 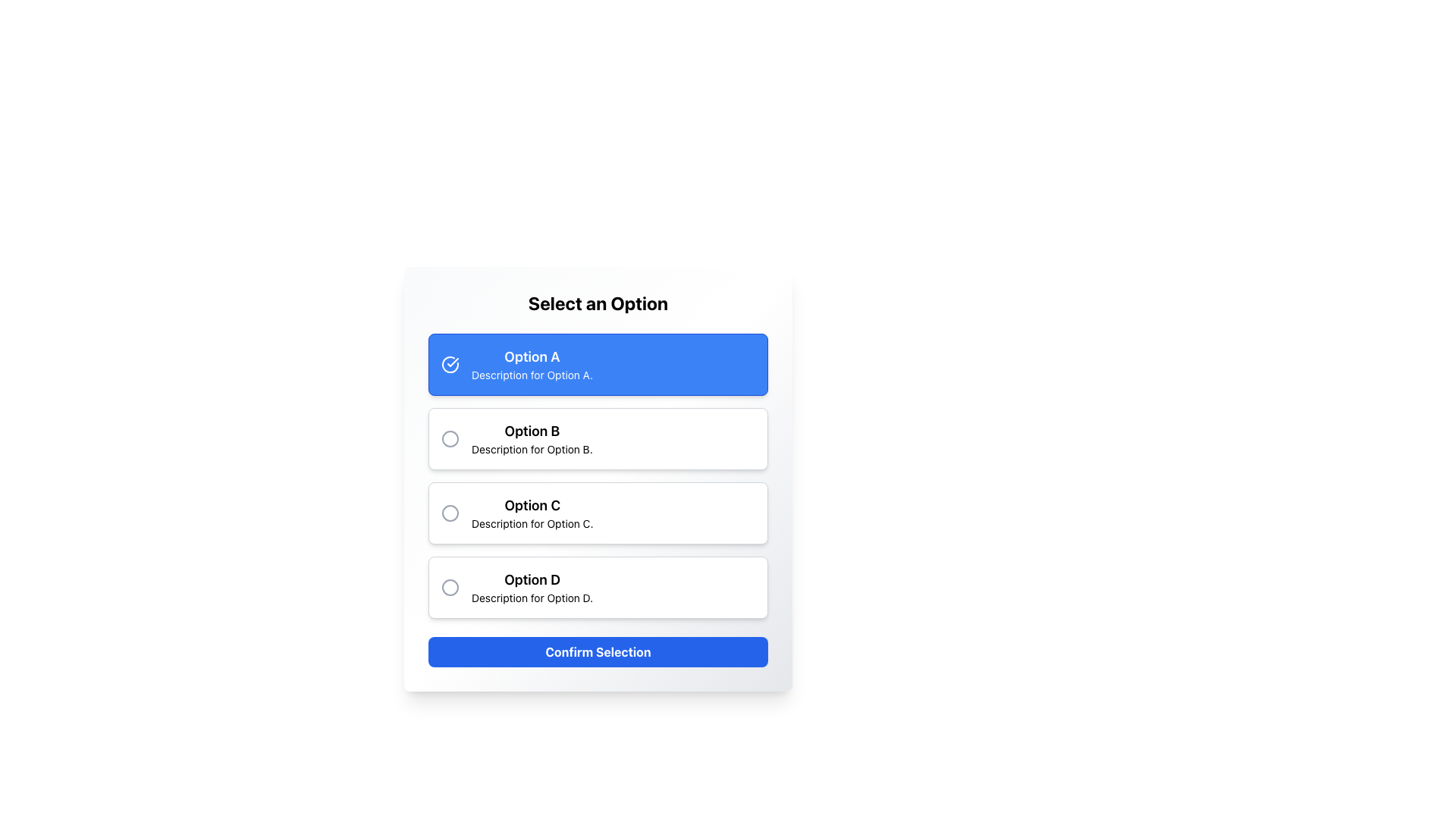 What do you see at coordinates (532, 506) in the screenshot?
I see `text label that identifies the third selectable option in the list, which is positioned below 'Option B' and above 'Option D.'` at bounding box center [532, 506].